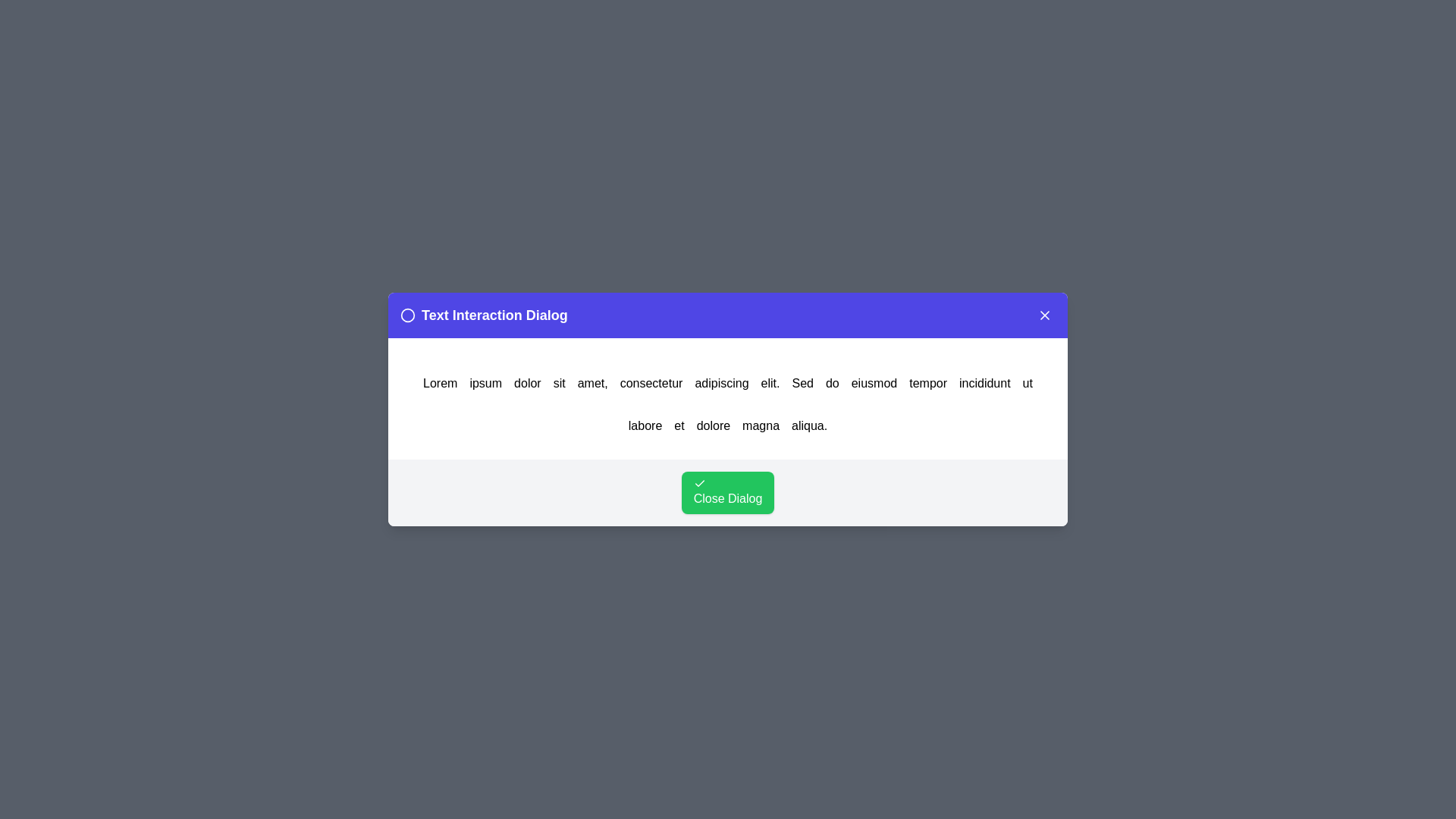 The width and height of the screenshot is (1456, 819). Describe the element at coordinates (677, 426) in the screenshot. I see `the word et in the text to trigger an alert displaying the clicked word` at that location.